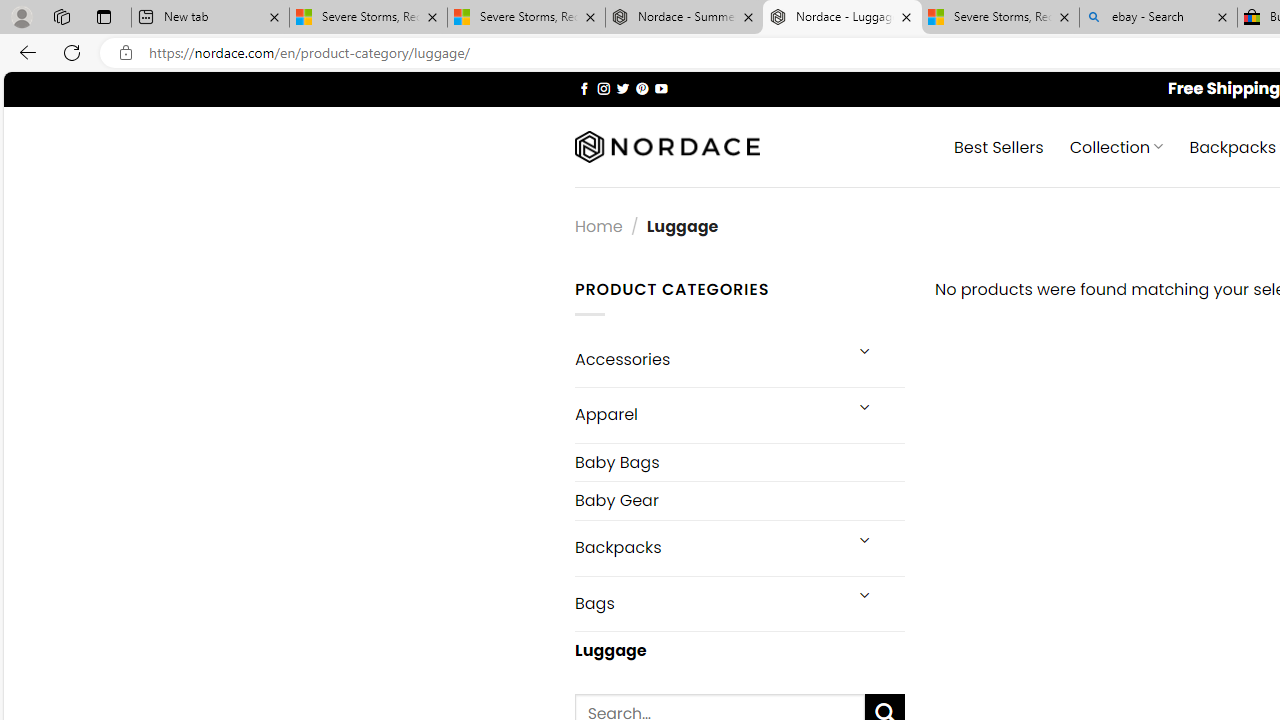 This screenshot has width=1280, height=720. Describe the element at coordinates (999, 145) in the screenshot. I see `'  Best Sellers'` at that location.